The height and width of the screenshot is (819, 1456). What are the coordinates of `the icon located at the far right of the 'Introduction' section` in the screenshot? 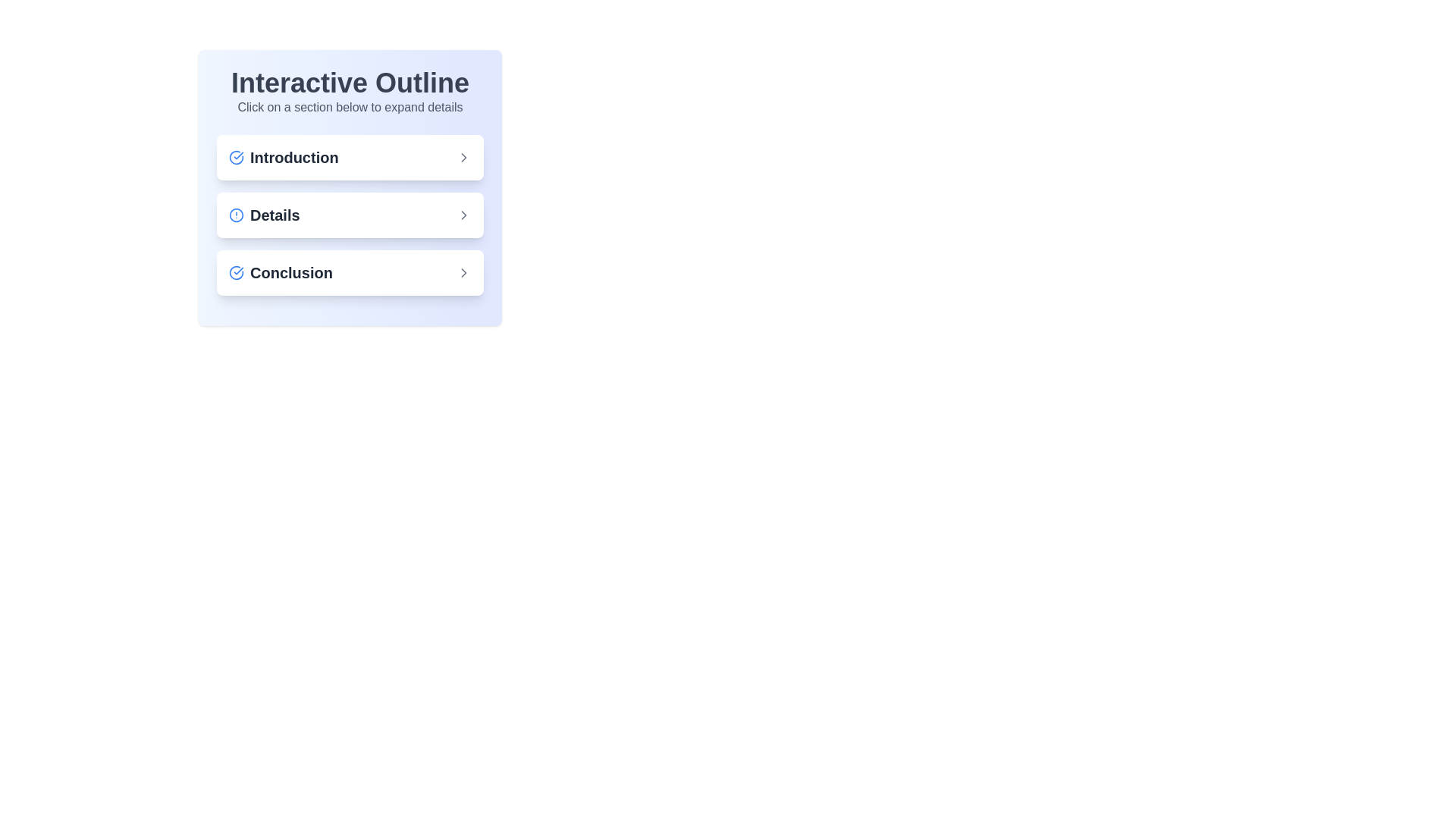 It's located at (463, 158).